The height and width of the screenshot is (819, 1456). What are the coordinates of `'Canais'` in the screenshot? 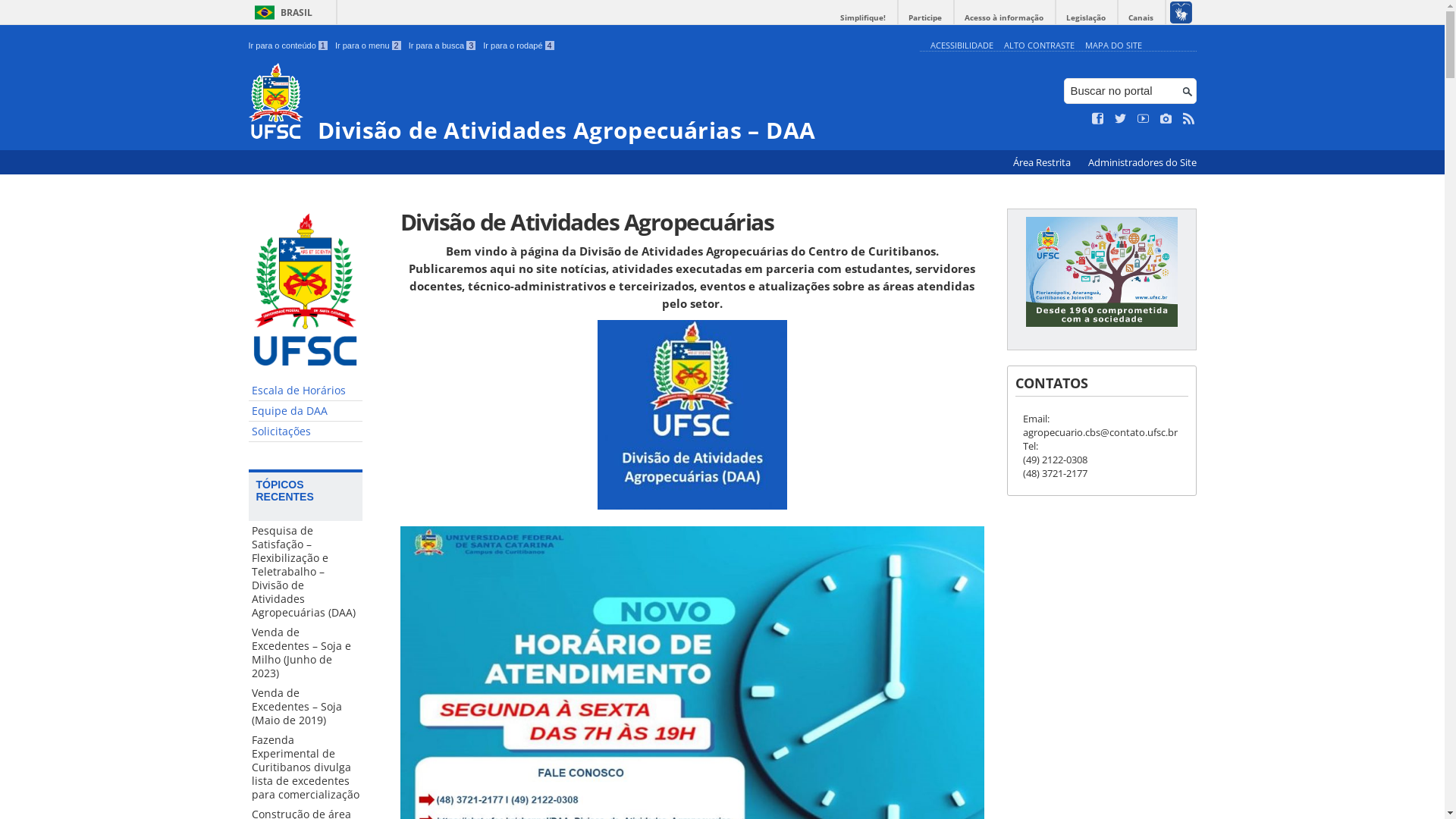 It's located at (1141, 17).